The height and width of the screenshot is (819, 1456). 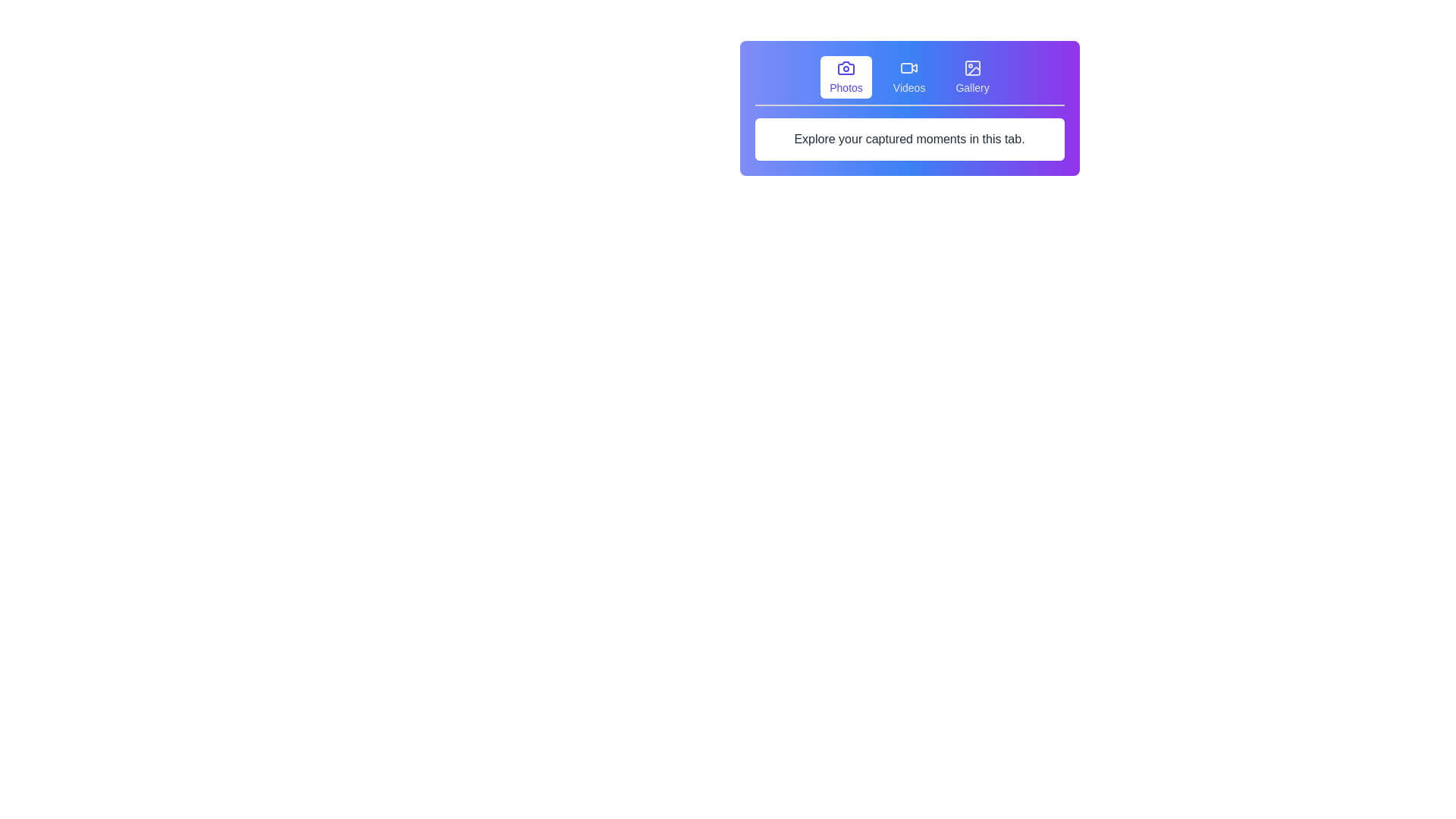 I want to click on the text label displaying 'Videos', which is part of a horizontal menu located beneath a video camera icon and positioned at the top center of the interface, so click(x=909, y=87).